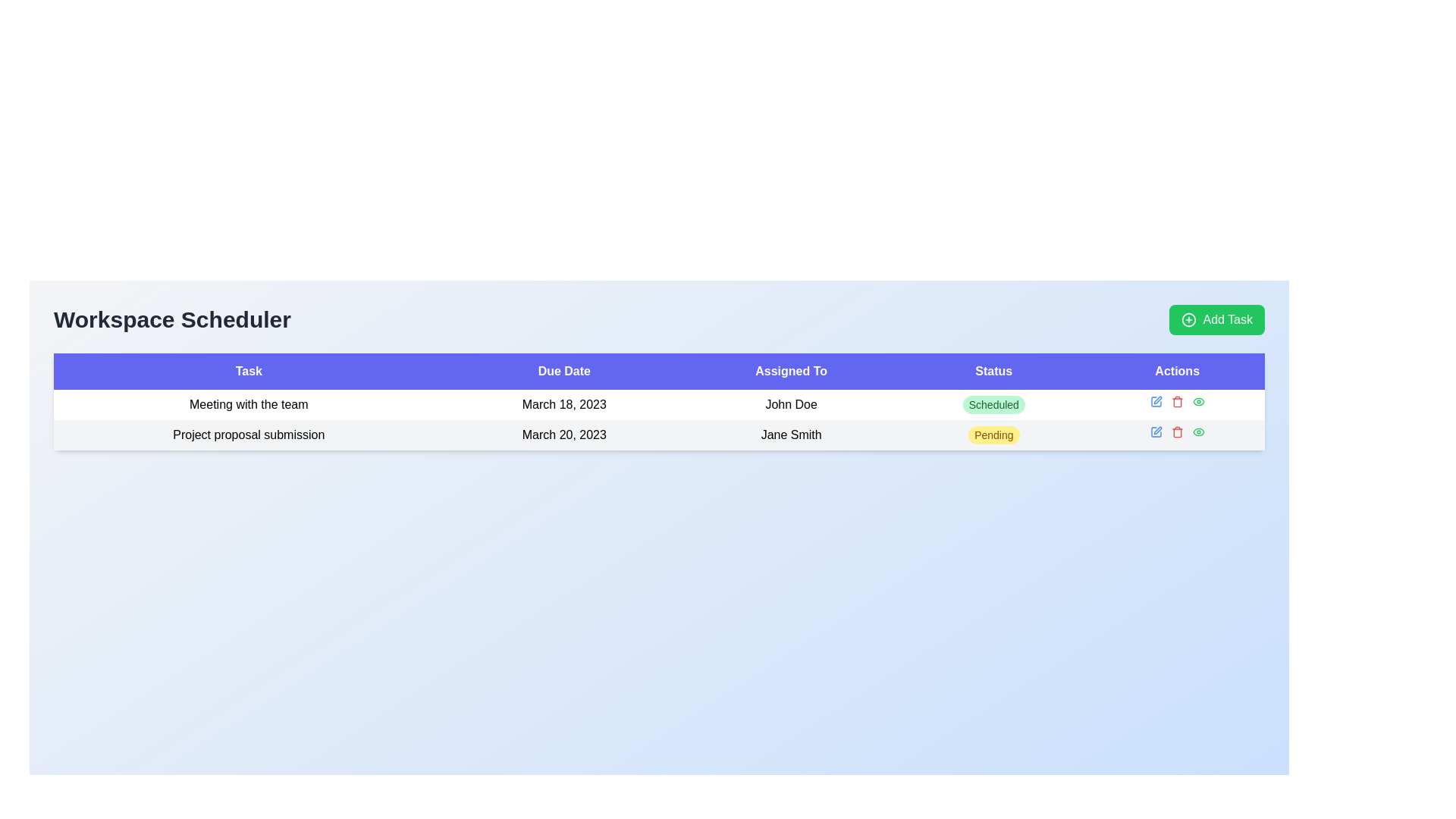 The image size is (1456, 819). Describe the element at coordinates (1176, 402) in the screenshot. I see `the trash bin icon located in the 'Actions' column of the 'Project proposal submission' task row` at that location.